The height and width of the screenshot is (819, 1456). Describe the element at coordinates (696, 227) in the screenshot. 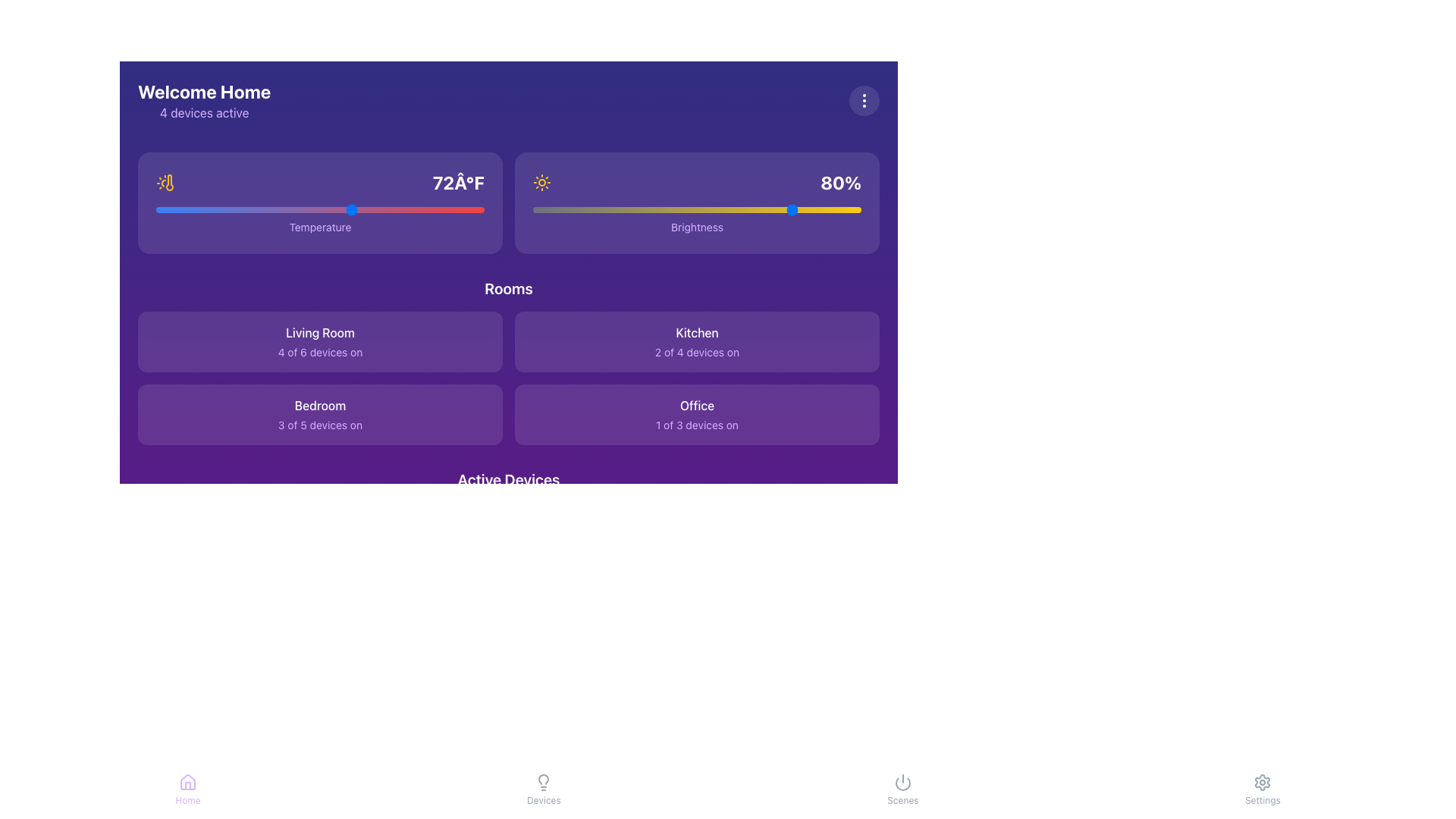

I see `the text label element displaying 'Brightness', which is styled with purple text and located below a gradient progress bar` at that location.